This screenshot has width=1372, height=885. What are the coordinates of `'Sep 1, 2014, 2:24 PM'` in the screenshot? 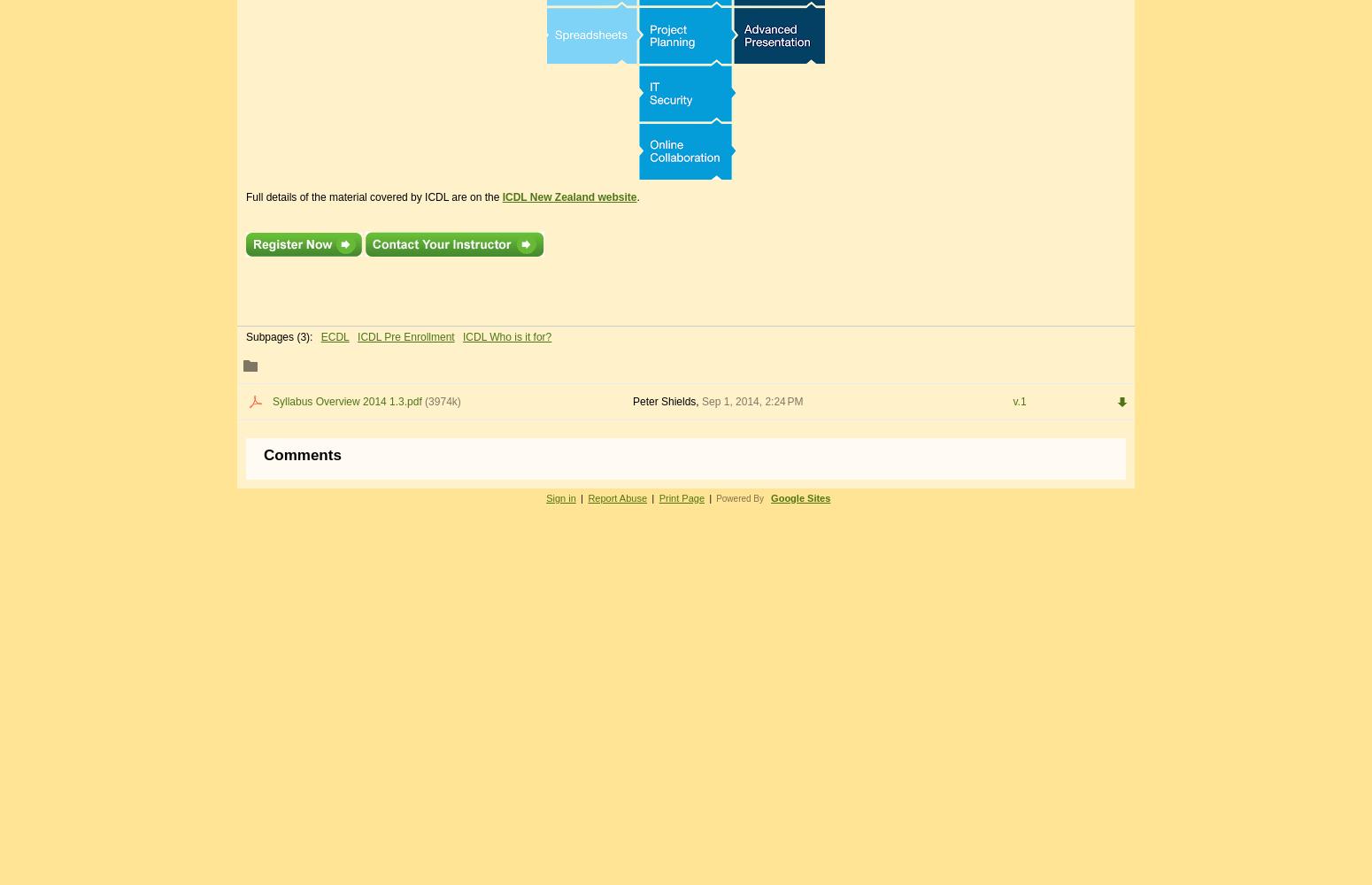 It's located at (700, 400).